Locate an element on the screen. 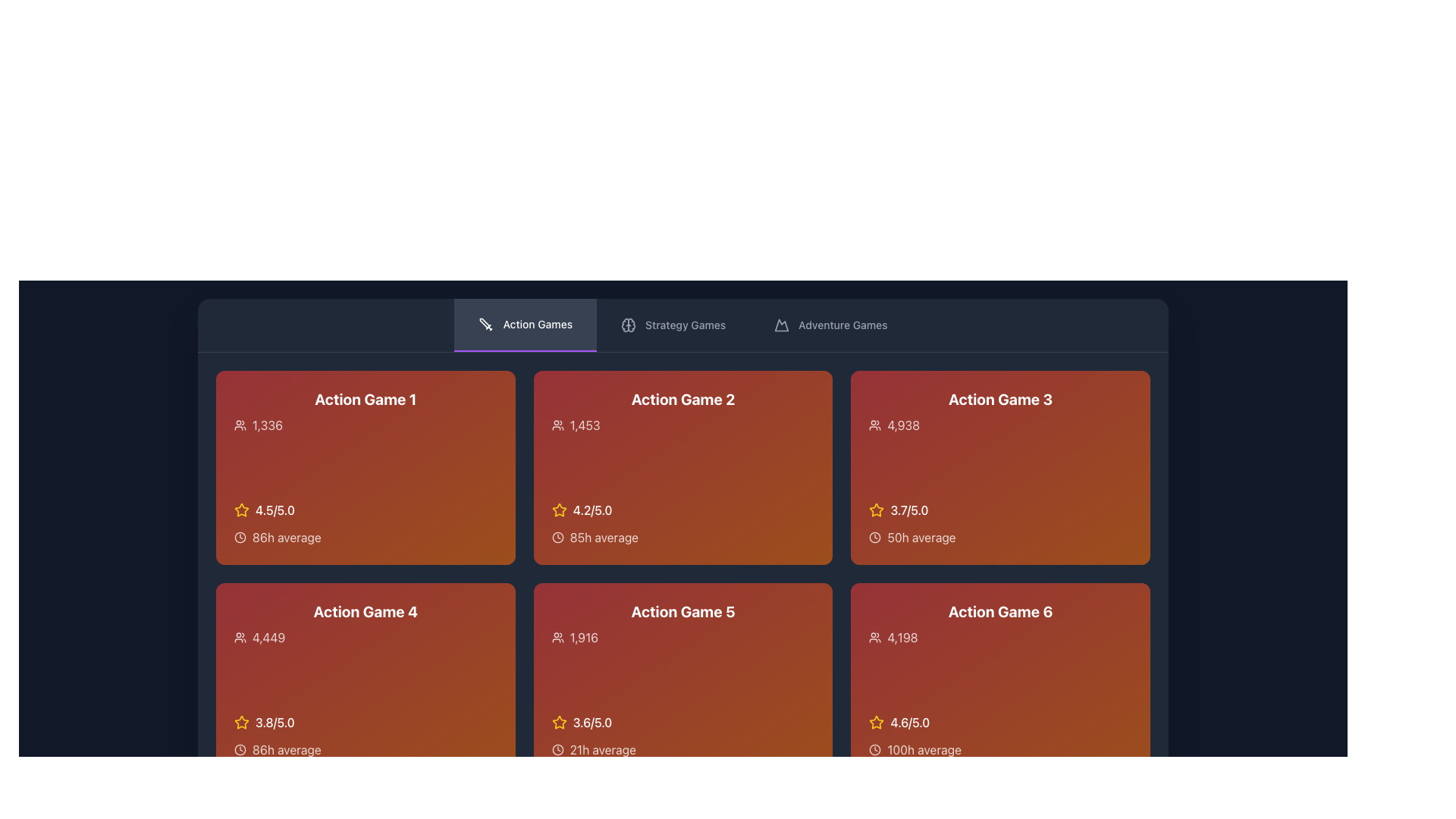 This screenshot has width=1456, height=819. the non-interactive text label displaying '50h average' located below the star rating indicator and to the right of the clock icon within the 'Action Game 3' card is located at coordinates (921, 537).